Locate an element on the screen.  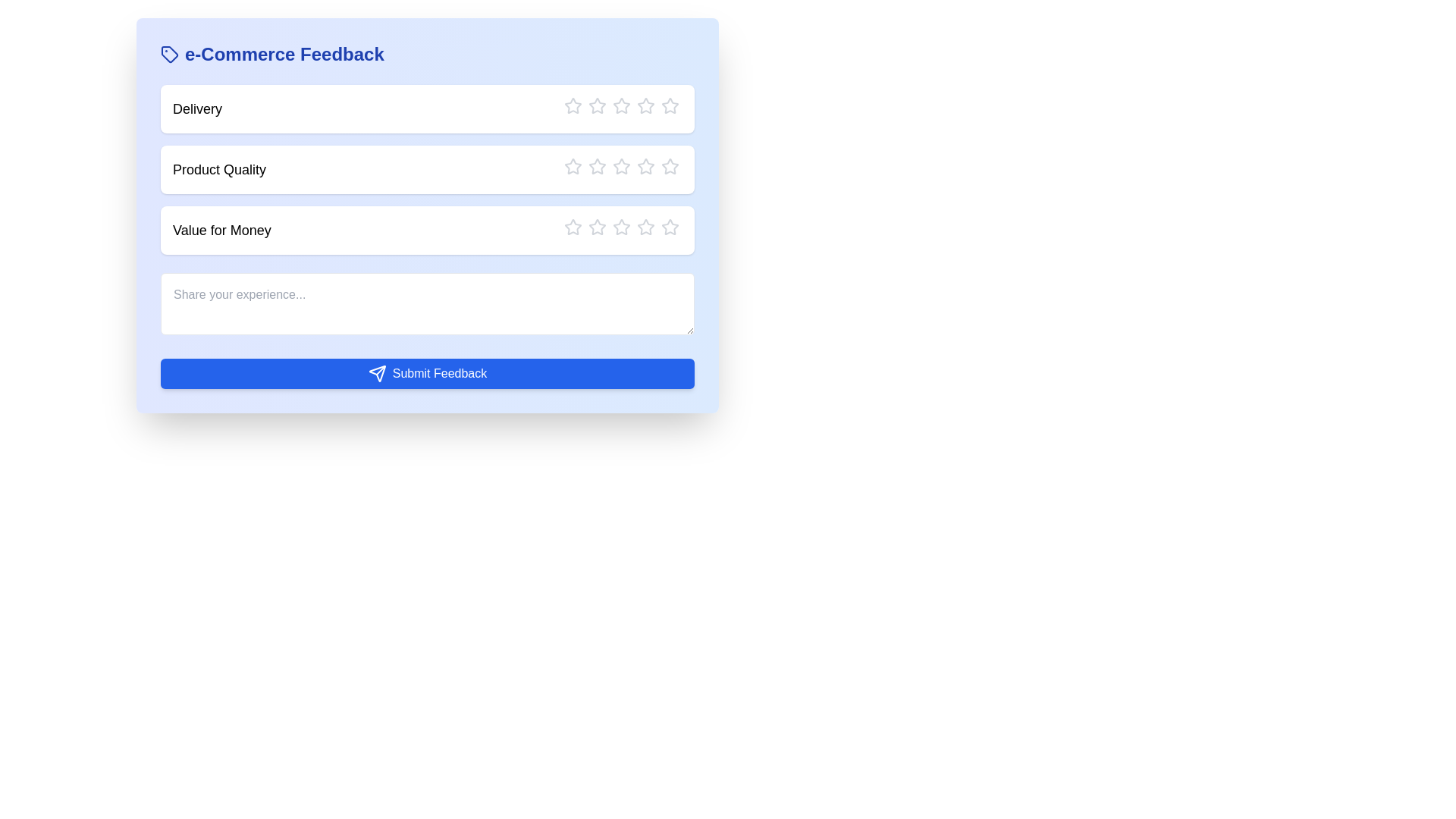
the rating to 5 stars by clicking the corresponding star is located at coordinates (669, 105).